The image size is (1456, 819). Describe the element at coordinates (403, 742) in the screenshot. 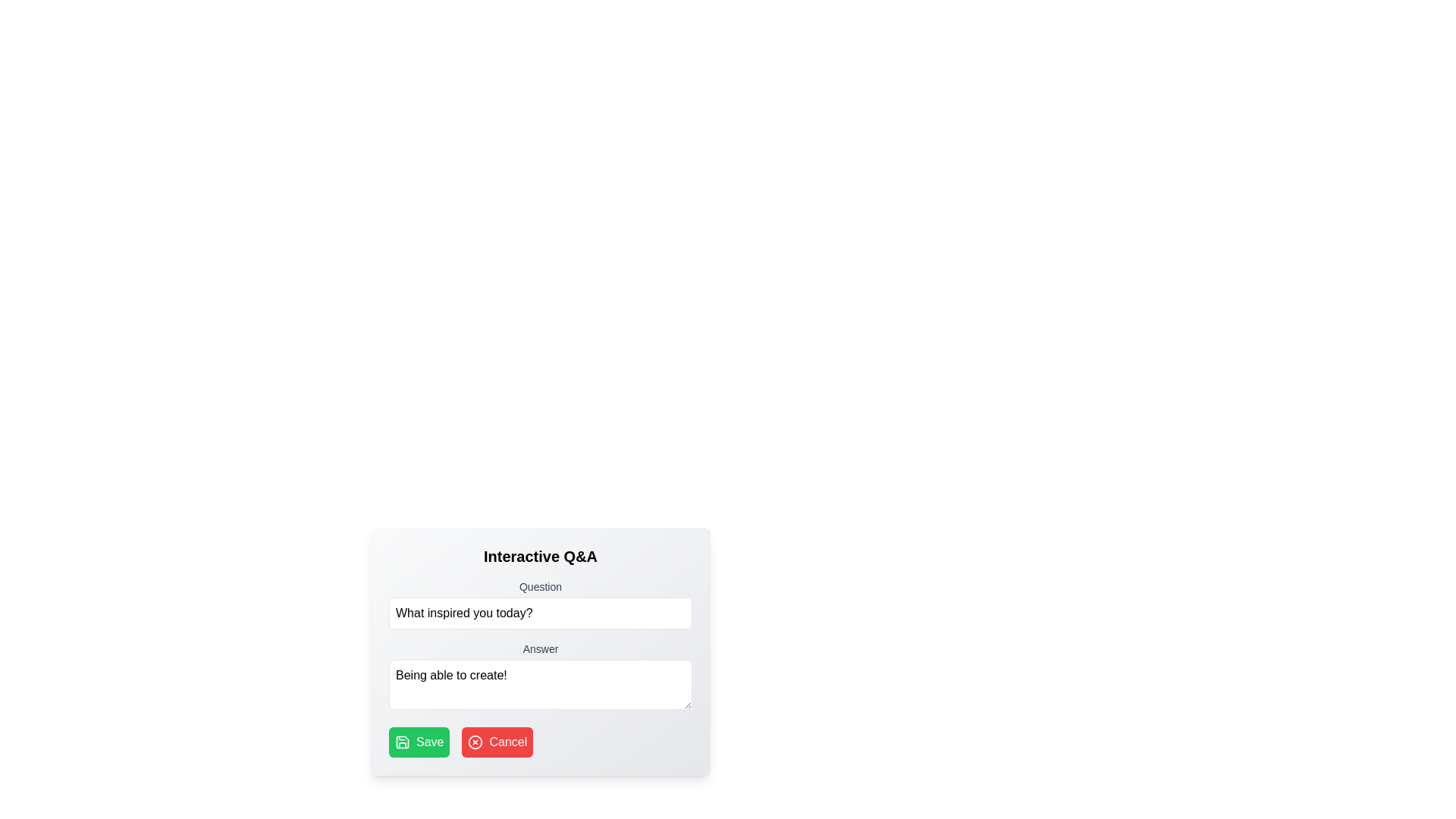

I see `the floppy disk icon used for saving data by moving the cursor to its center for keyboard interaction` at that location.